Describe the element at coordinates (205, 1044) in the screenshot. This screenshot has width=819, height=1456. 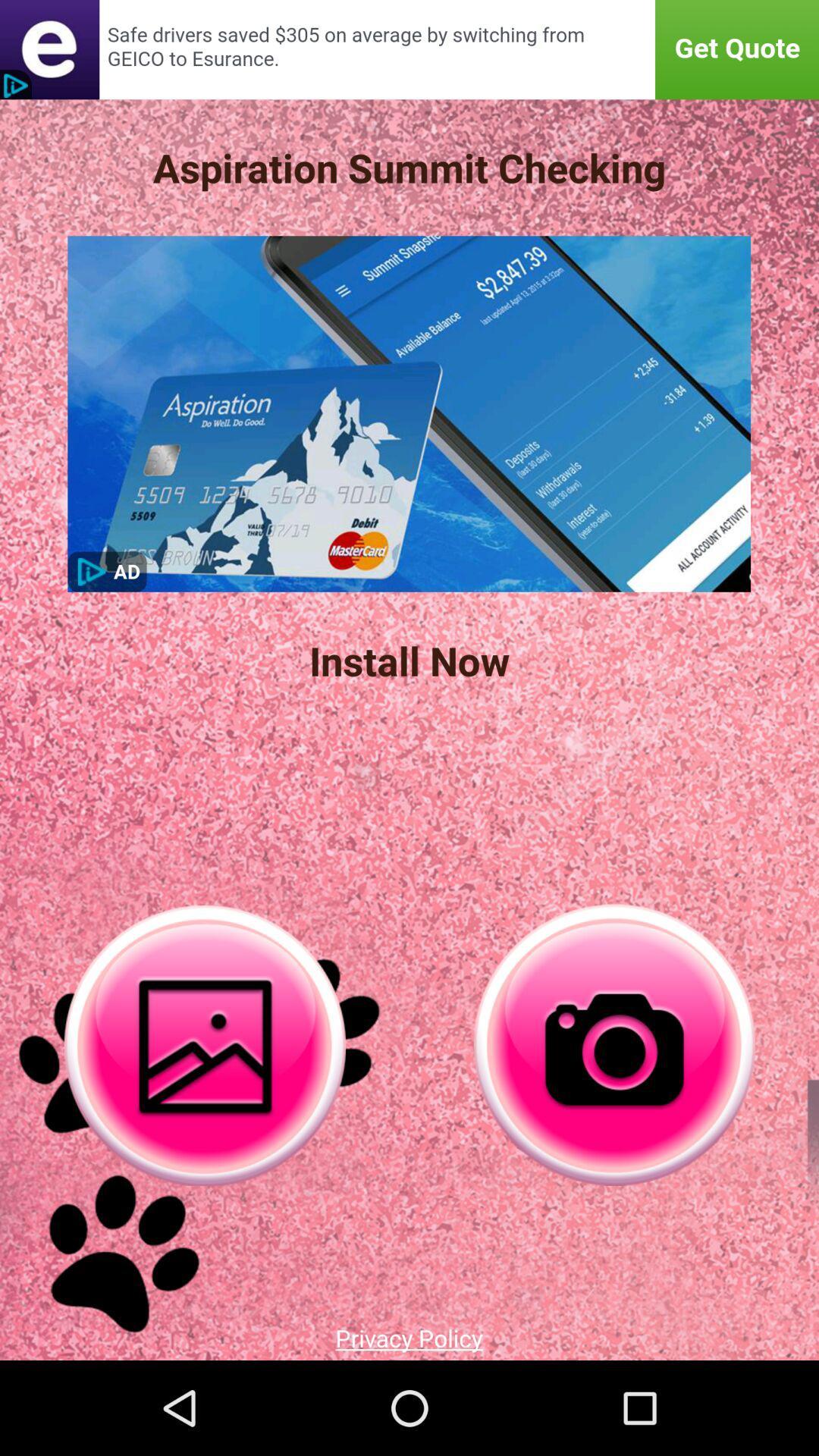
I see `gallery option` at that location.